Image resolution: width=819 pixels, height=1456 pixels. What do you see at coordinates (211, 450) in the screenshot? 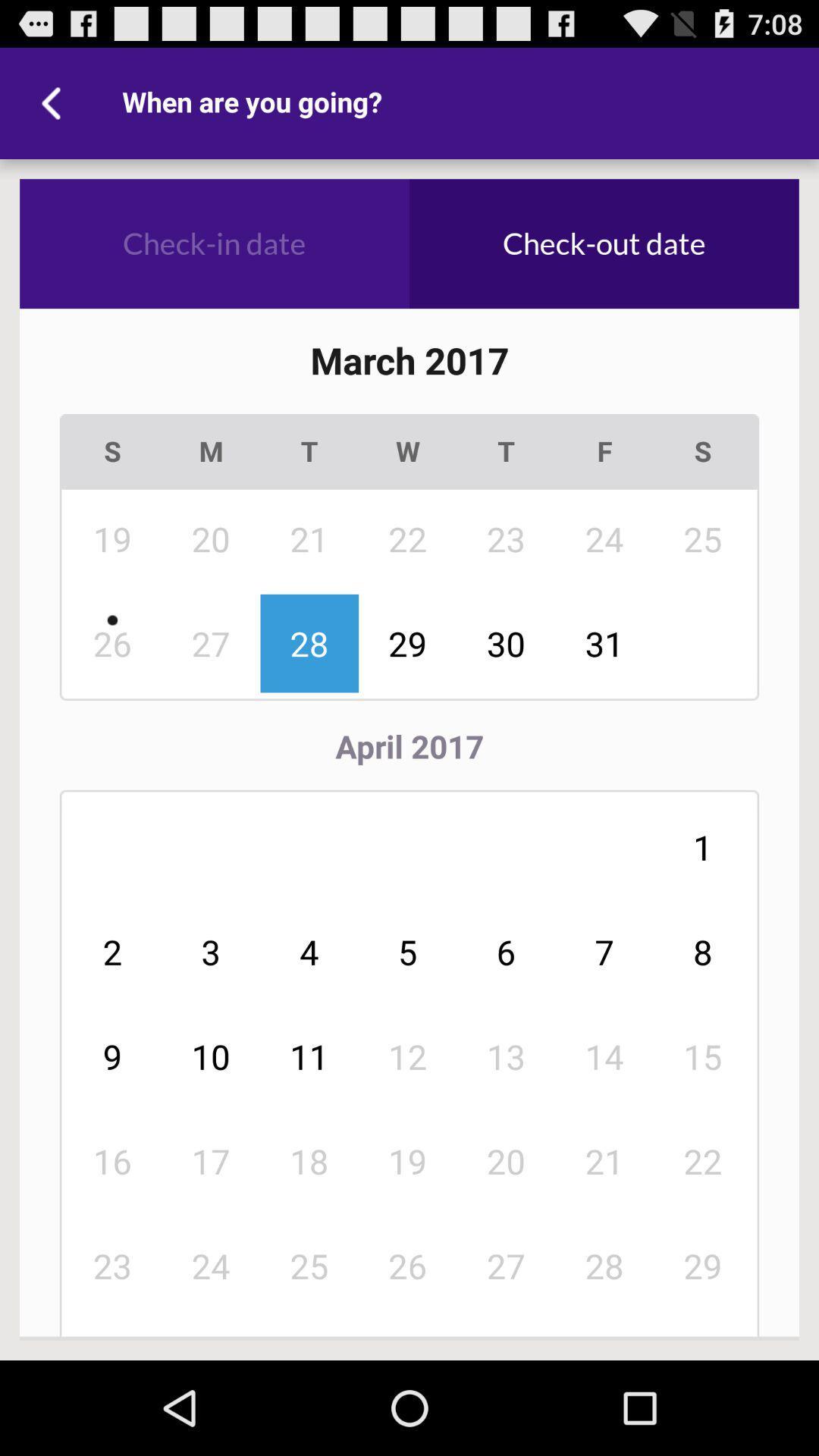
I see `item below march 2017` at bounding box center [211, 450].